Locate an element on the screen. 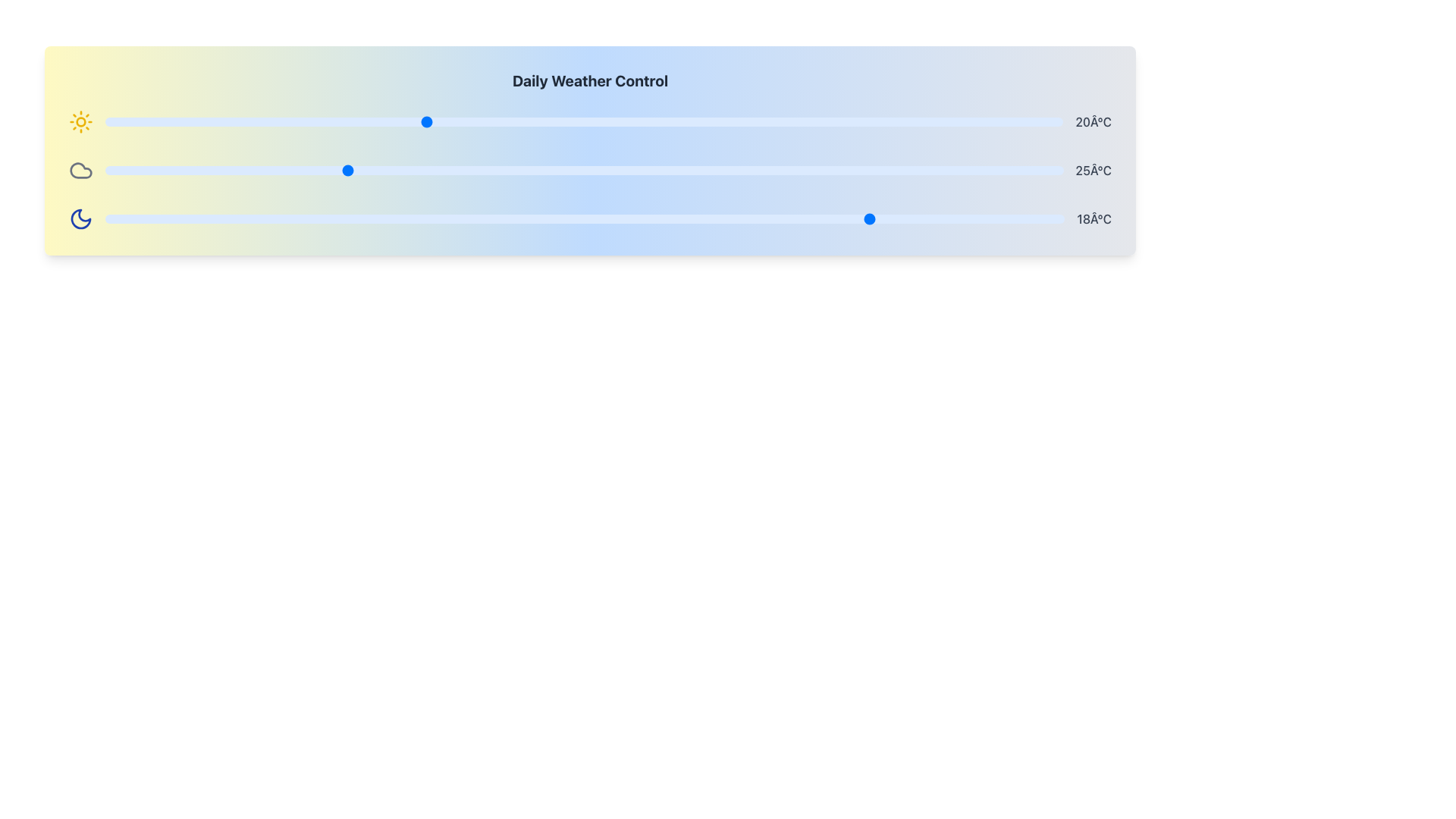  the evening temperature is located at coordinates (873, 219).